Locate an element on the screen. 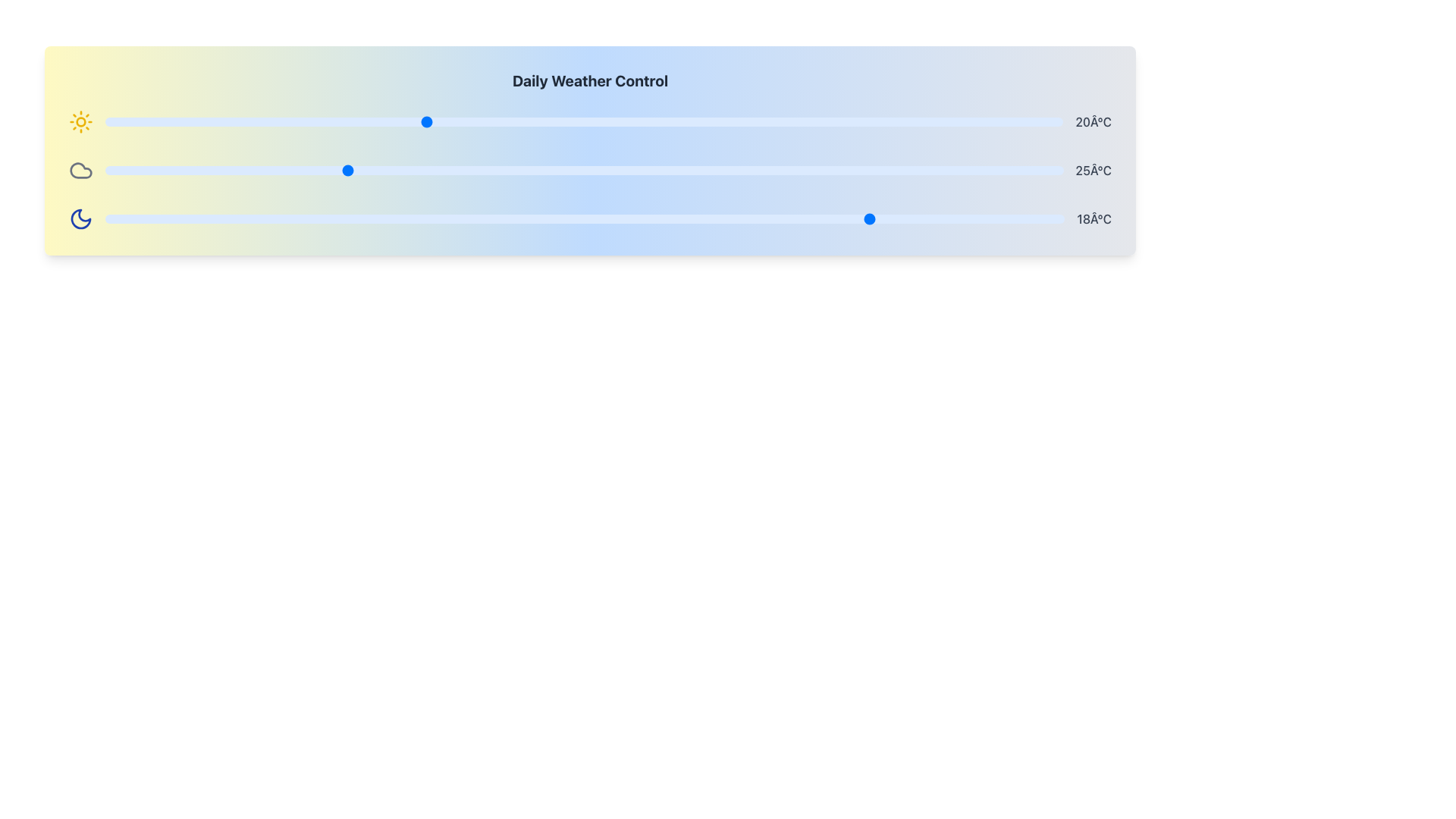  the evening temperature is located at coordinates (873, 219).